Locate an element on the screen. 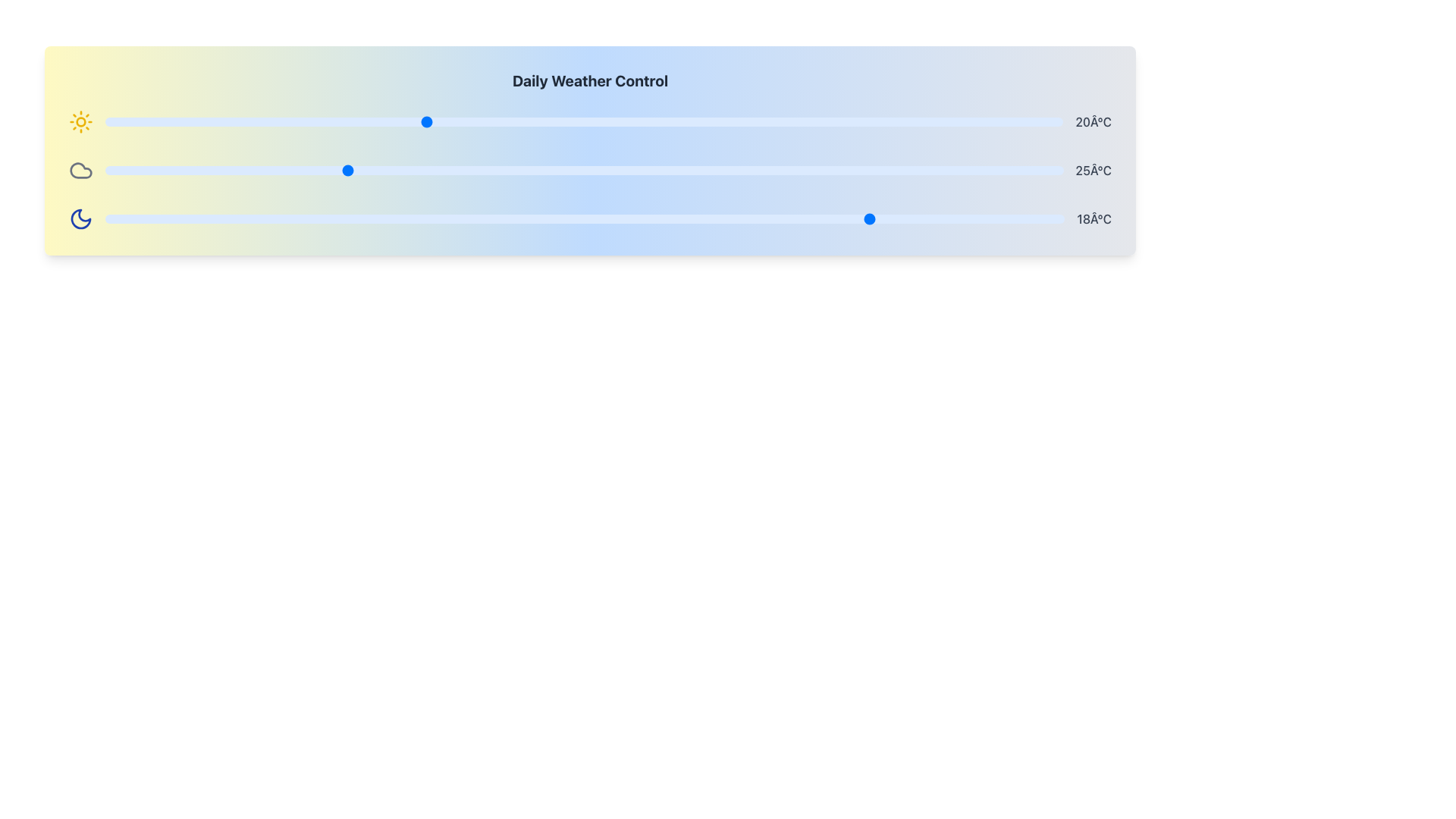  the evening temperature is located at coordinates (873, 219).